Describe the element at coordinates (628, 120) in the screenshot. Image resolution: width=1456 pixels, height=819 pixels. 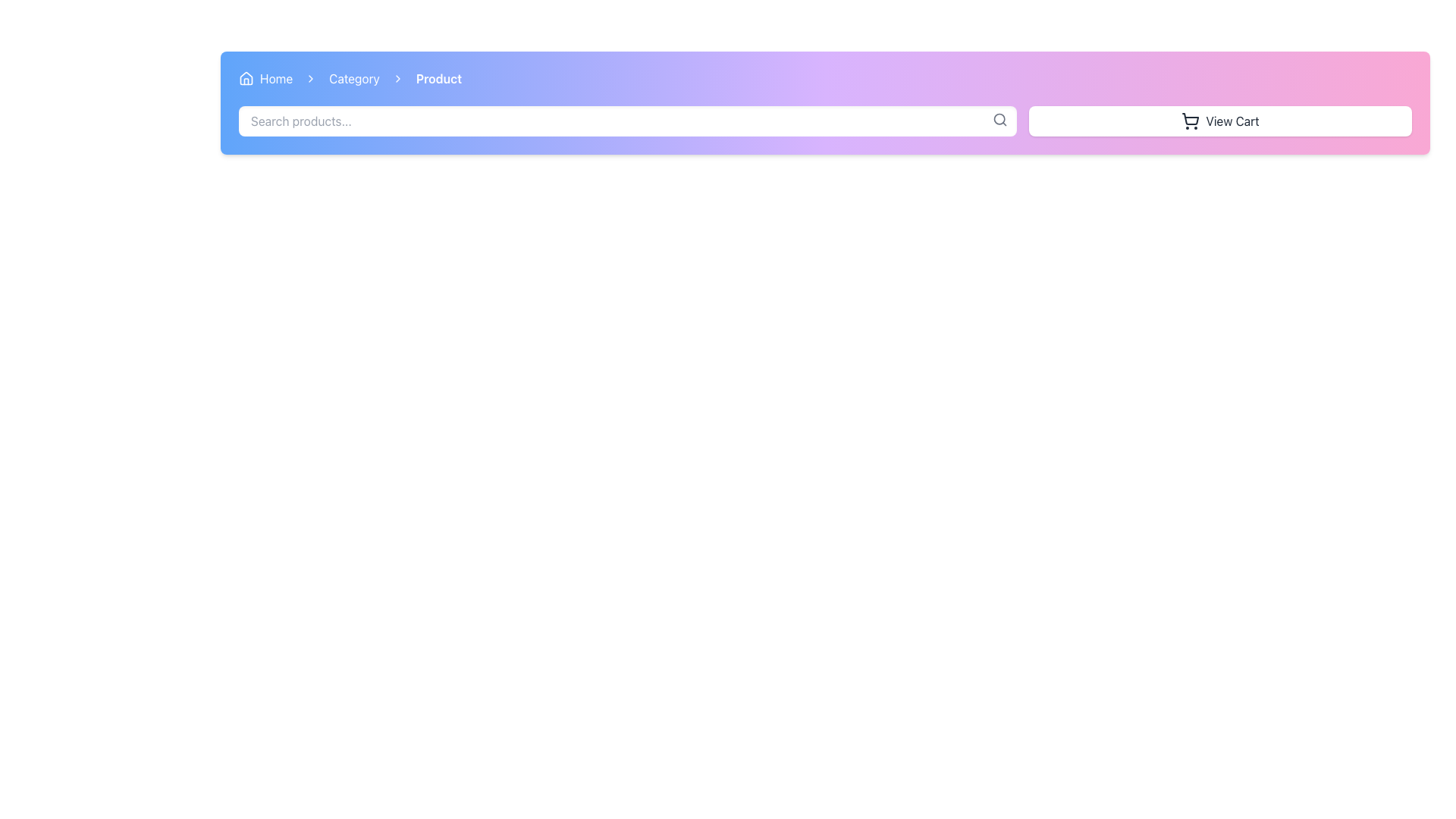
I see `the input area of the Search Bar to focus on it for user input` at that location.